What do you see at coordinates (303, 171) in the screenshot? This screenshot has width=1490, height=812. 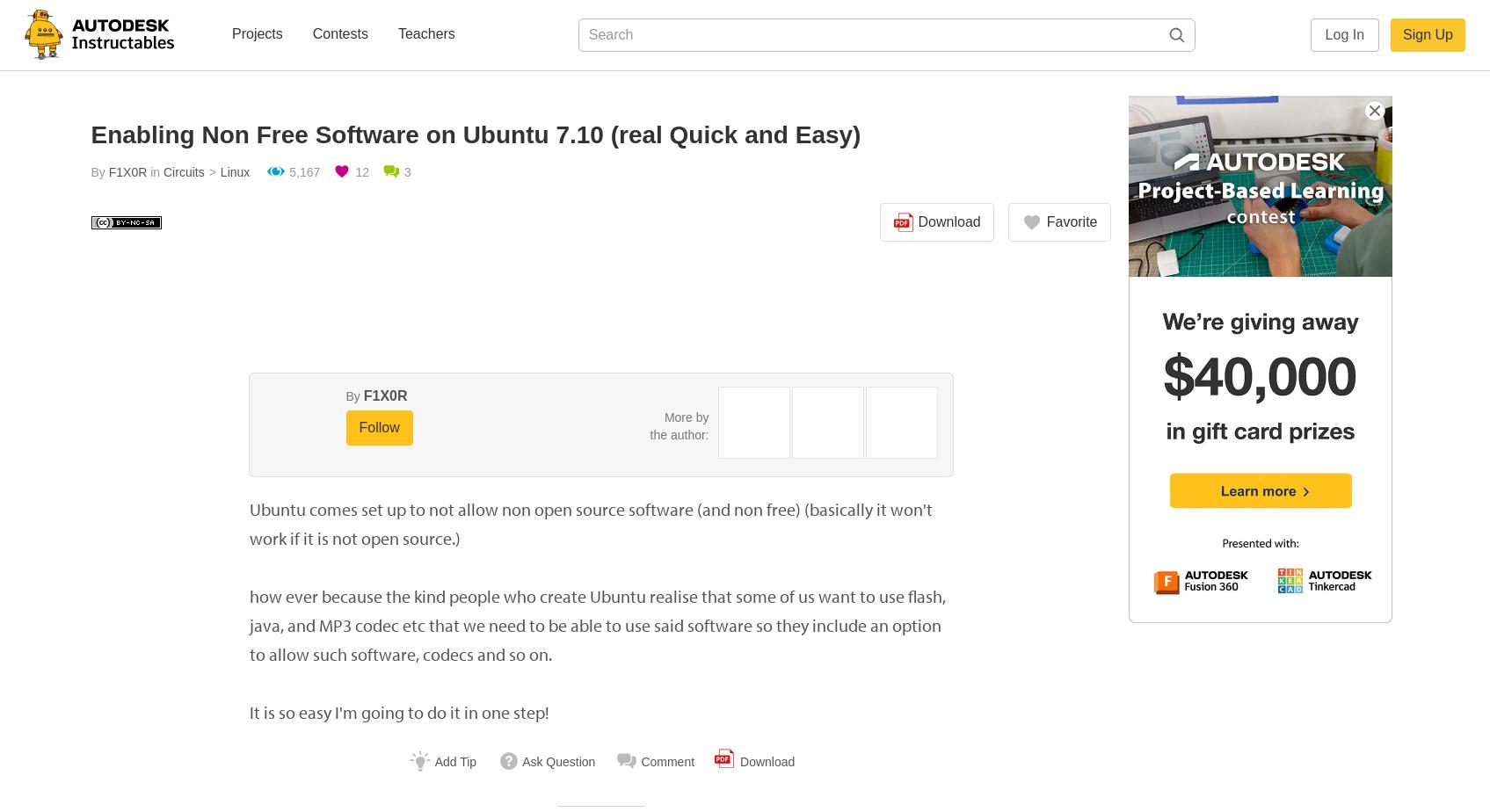 I see `'5,167'` at bounding box center [303, 171].